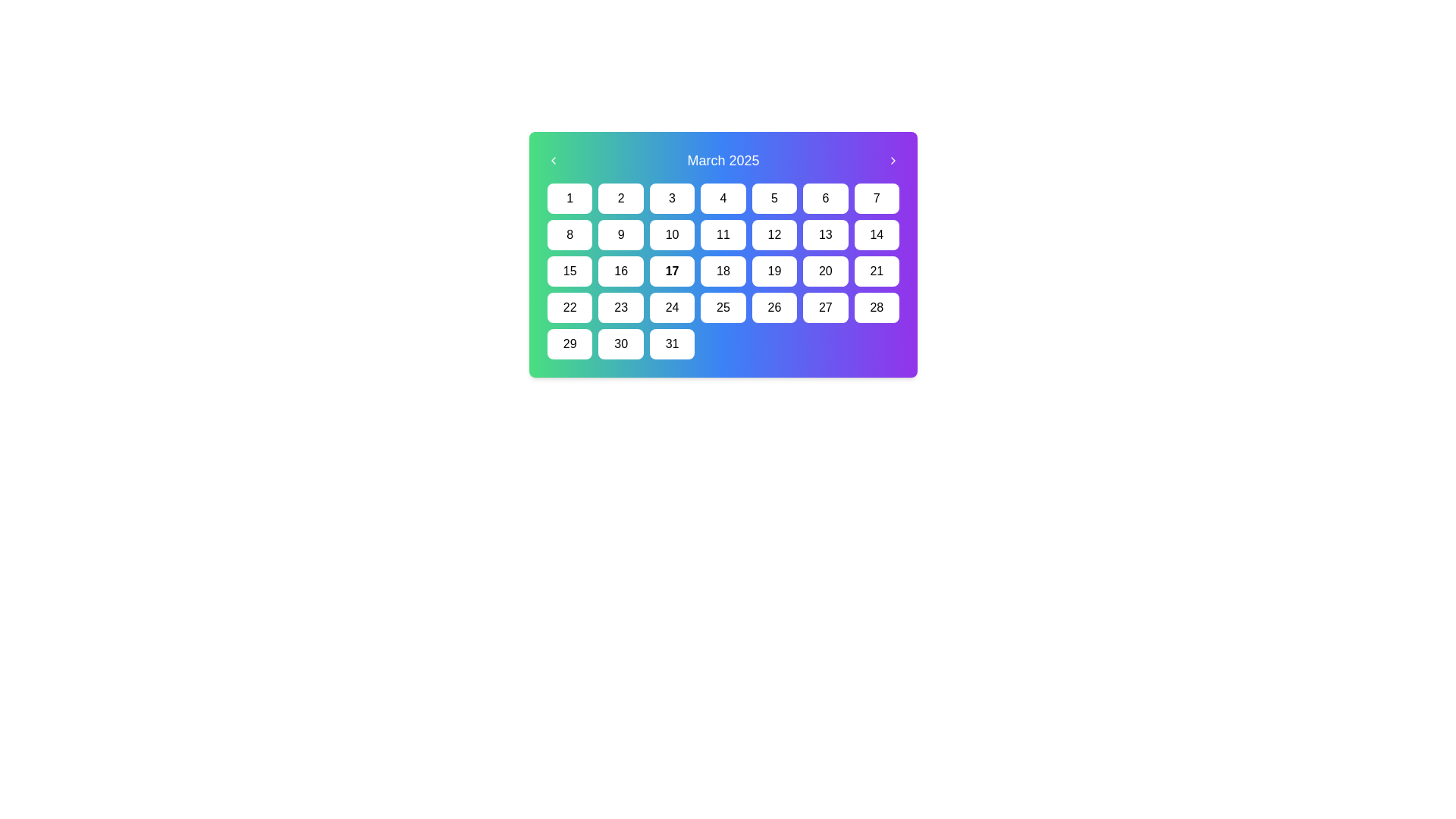  What do you see at coordinates (621, 307) in the screenshot?
I see `the rectangular button with a white background and black text displaying '23'` at bounding box center [621, 307].